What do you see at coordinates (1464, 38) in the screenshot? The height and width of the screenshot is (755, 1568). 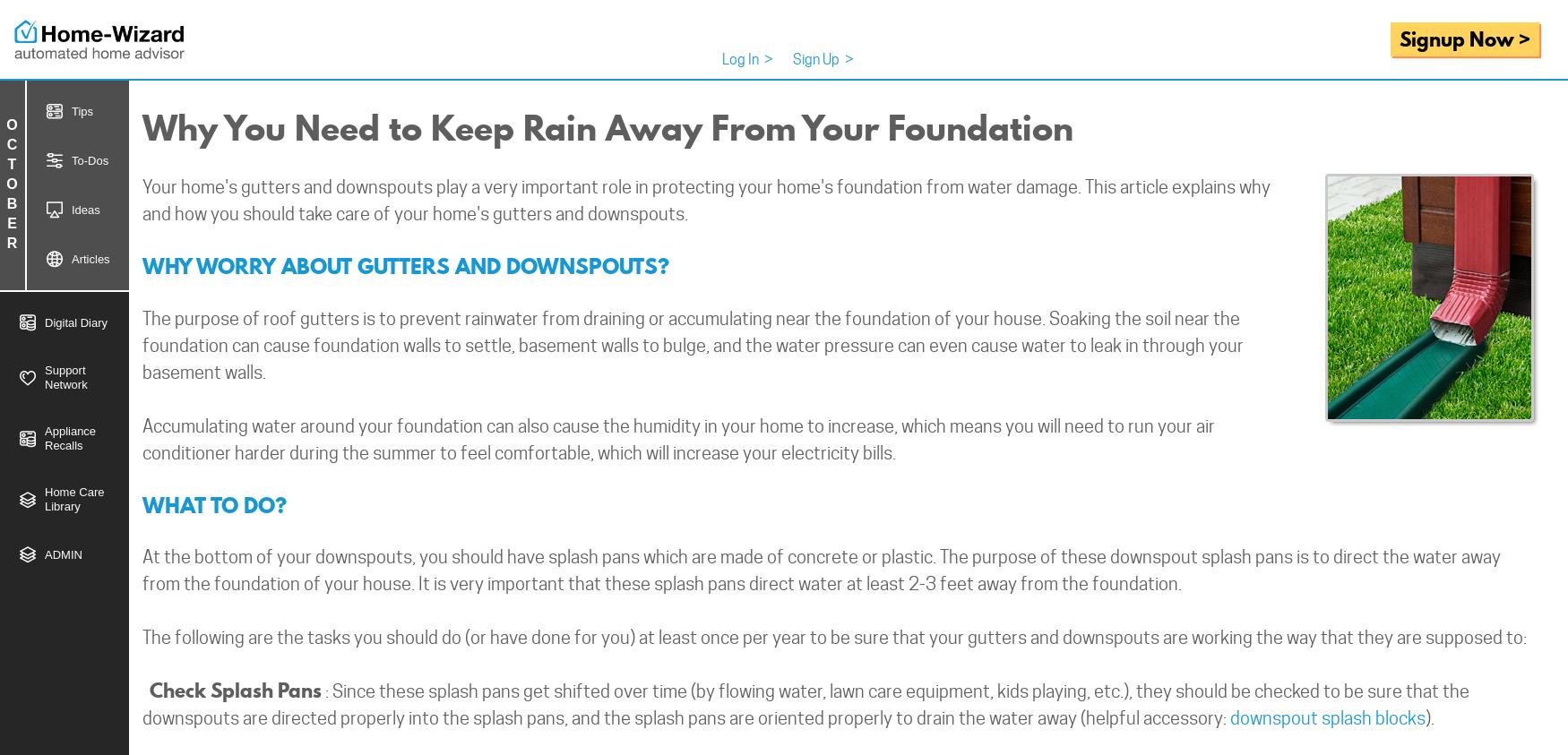 I see `'Signup Now >'` at bounding box center [1464, 38].